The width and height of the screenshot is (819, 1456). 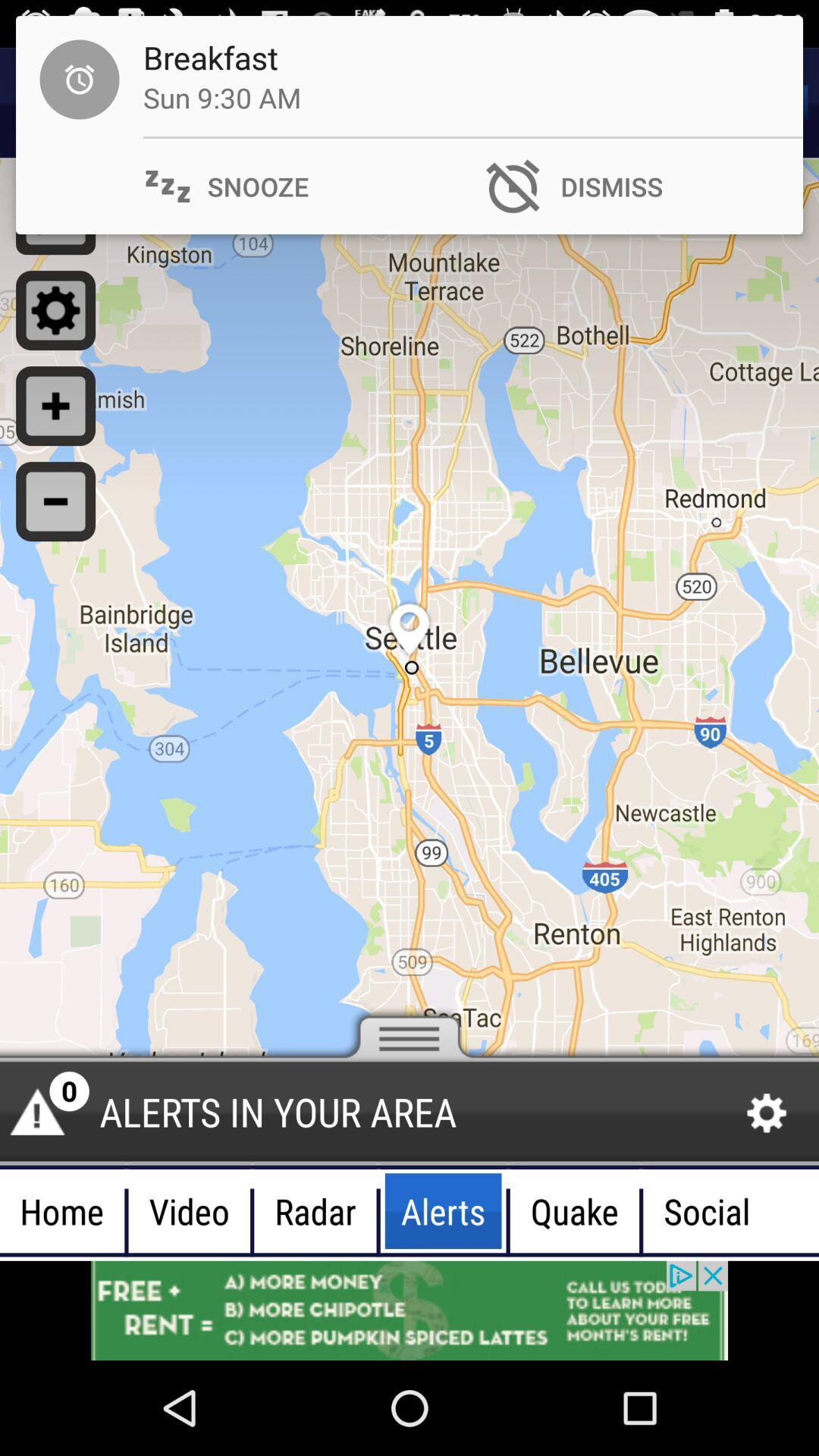 What do you see at coordinates (55, 102) in the screenshot?
I see `the time icon` at bounding box center [55, 102].